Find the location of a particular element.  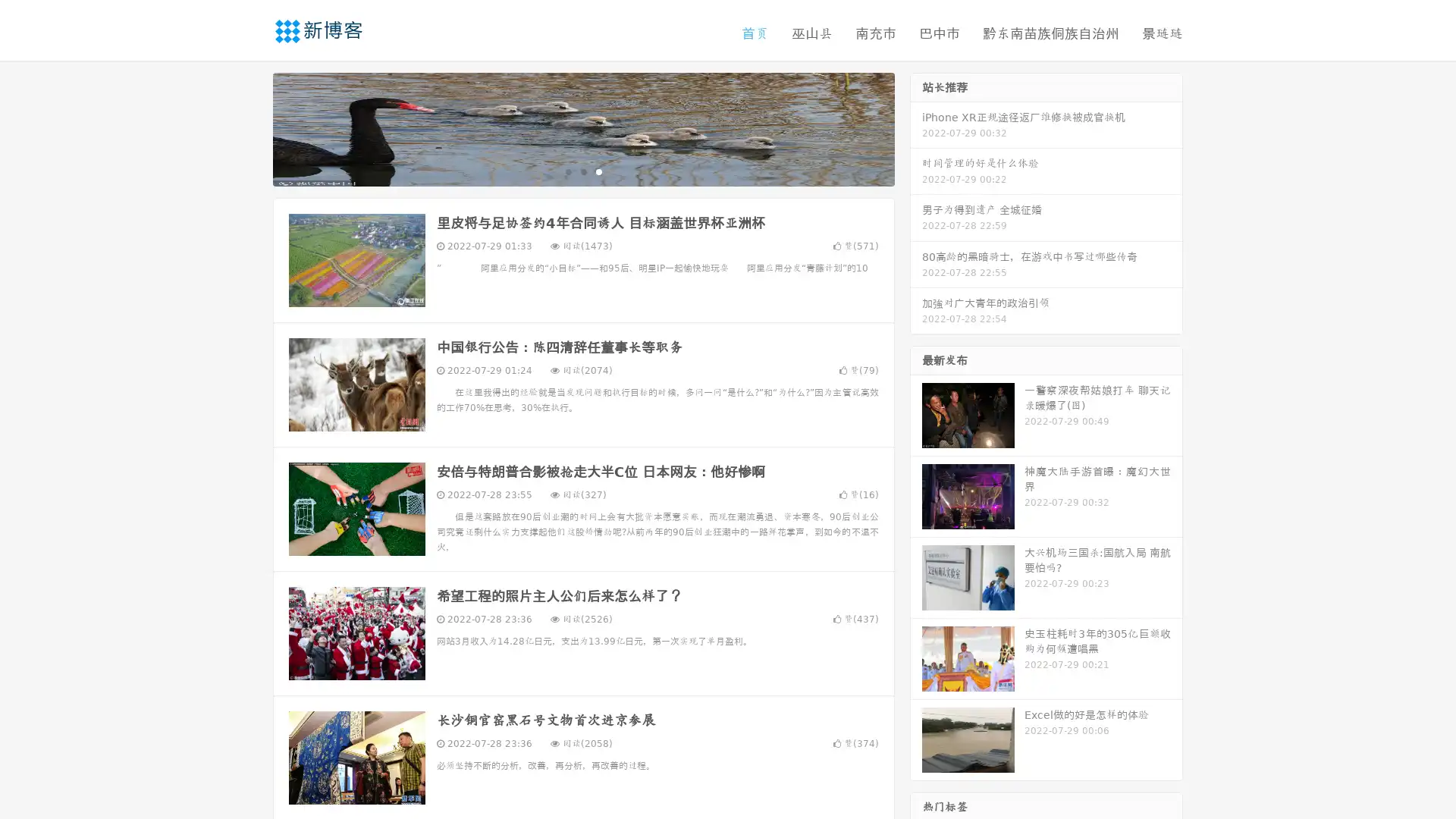

Go to slide 2 is located at coordinates (582, 171).